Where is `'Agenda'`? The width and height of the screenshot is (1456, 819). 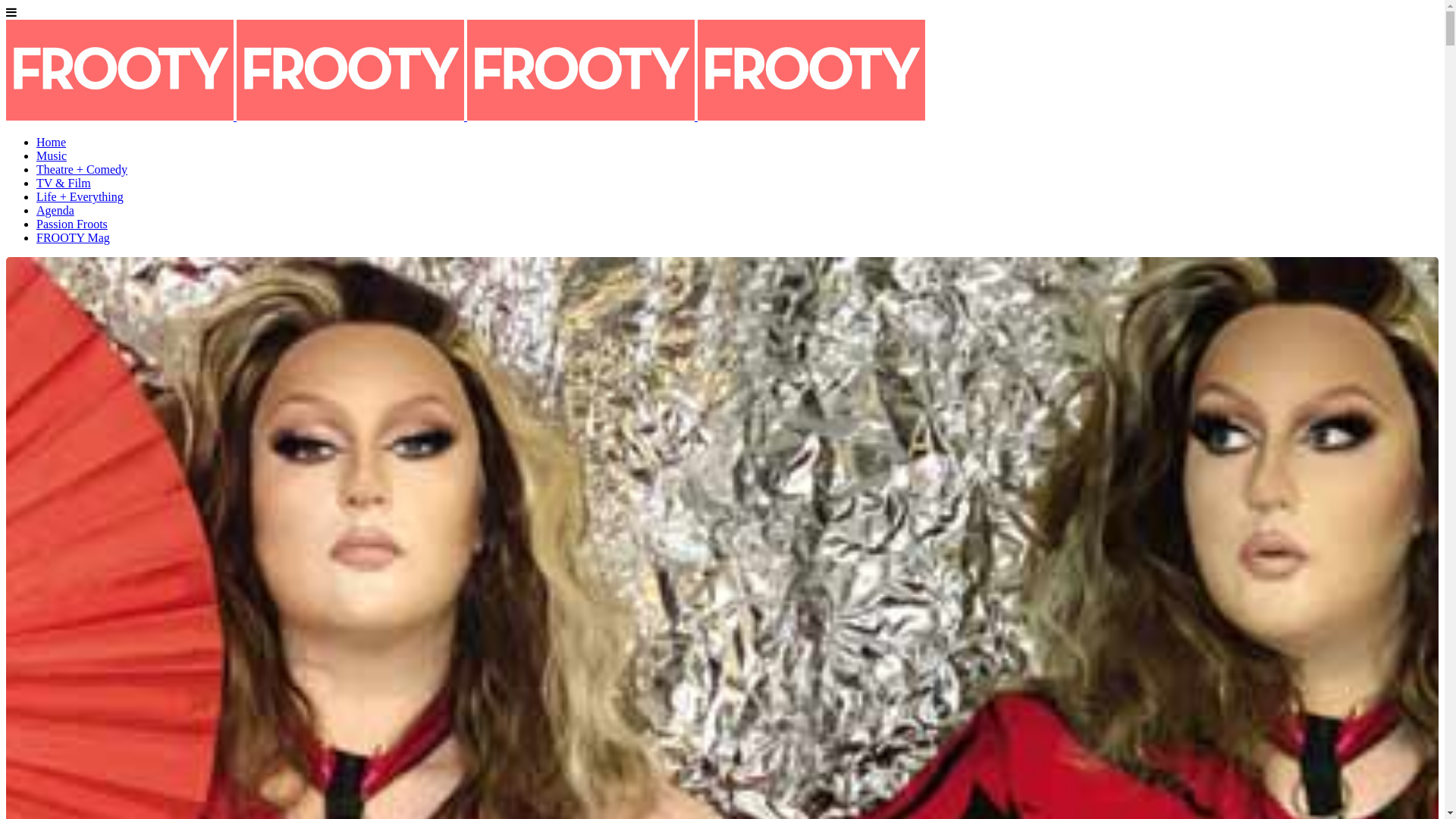
'Agenda' is located at coordinates (36, 210).